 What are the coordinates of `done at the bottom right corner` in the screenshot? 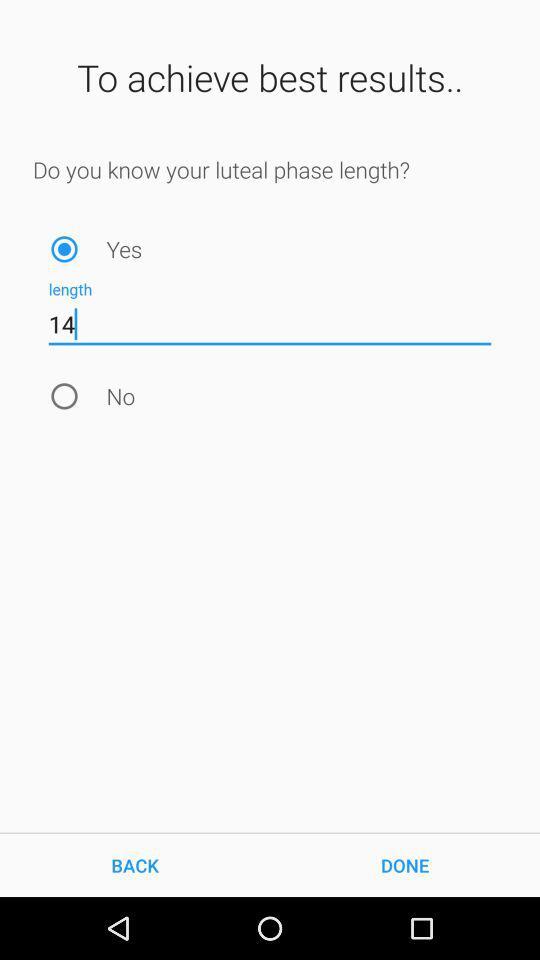 It's located at (405, 864).